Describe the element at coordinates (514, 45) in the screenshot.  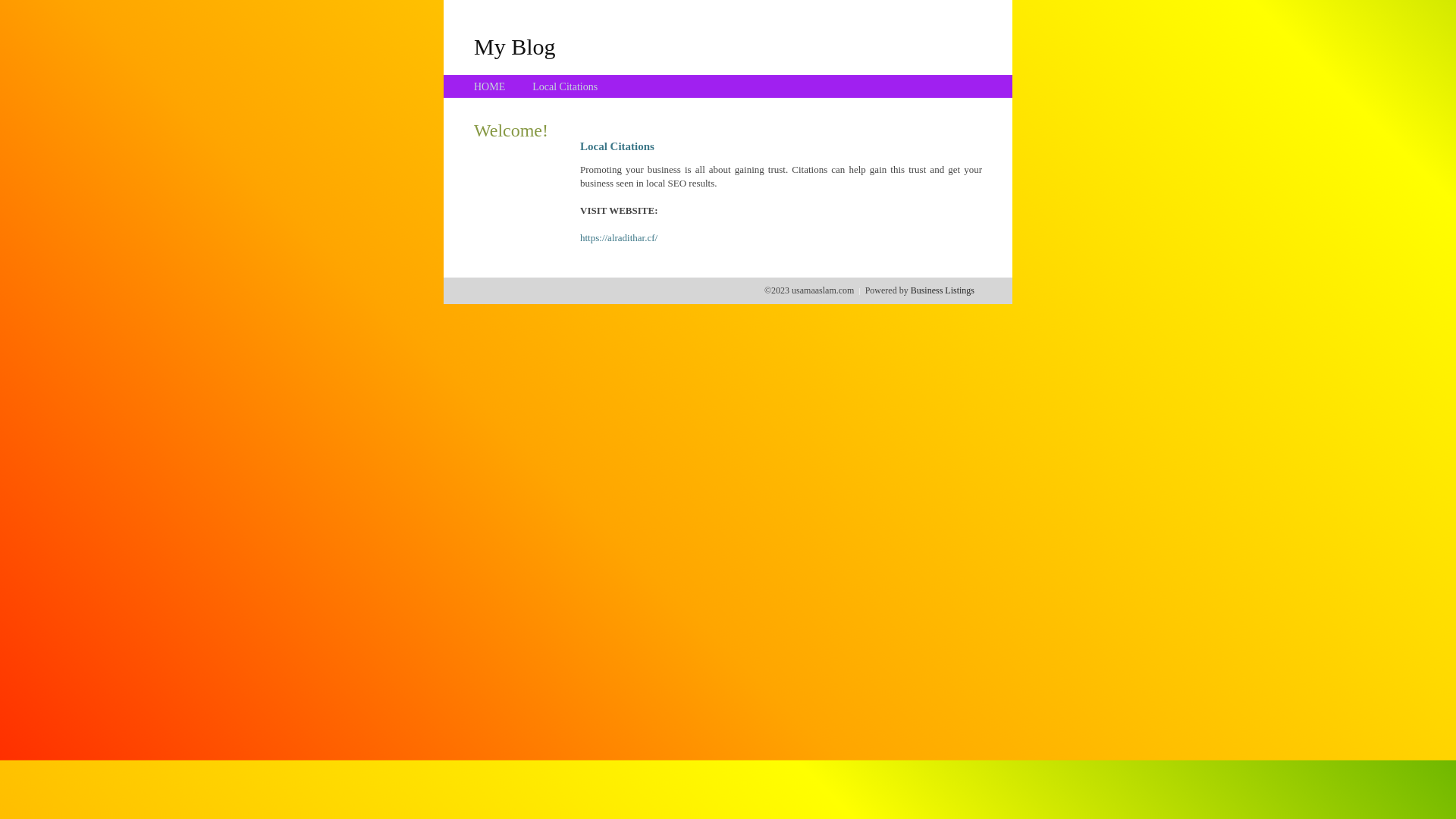
I see `'My Blog'` at that location.